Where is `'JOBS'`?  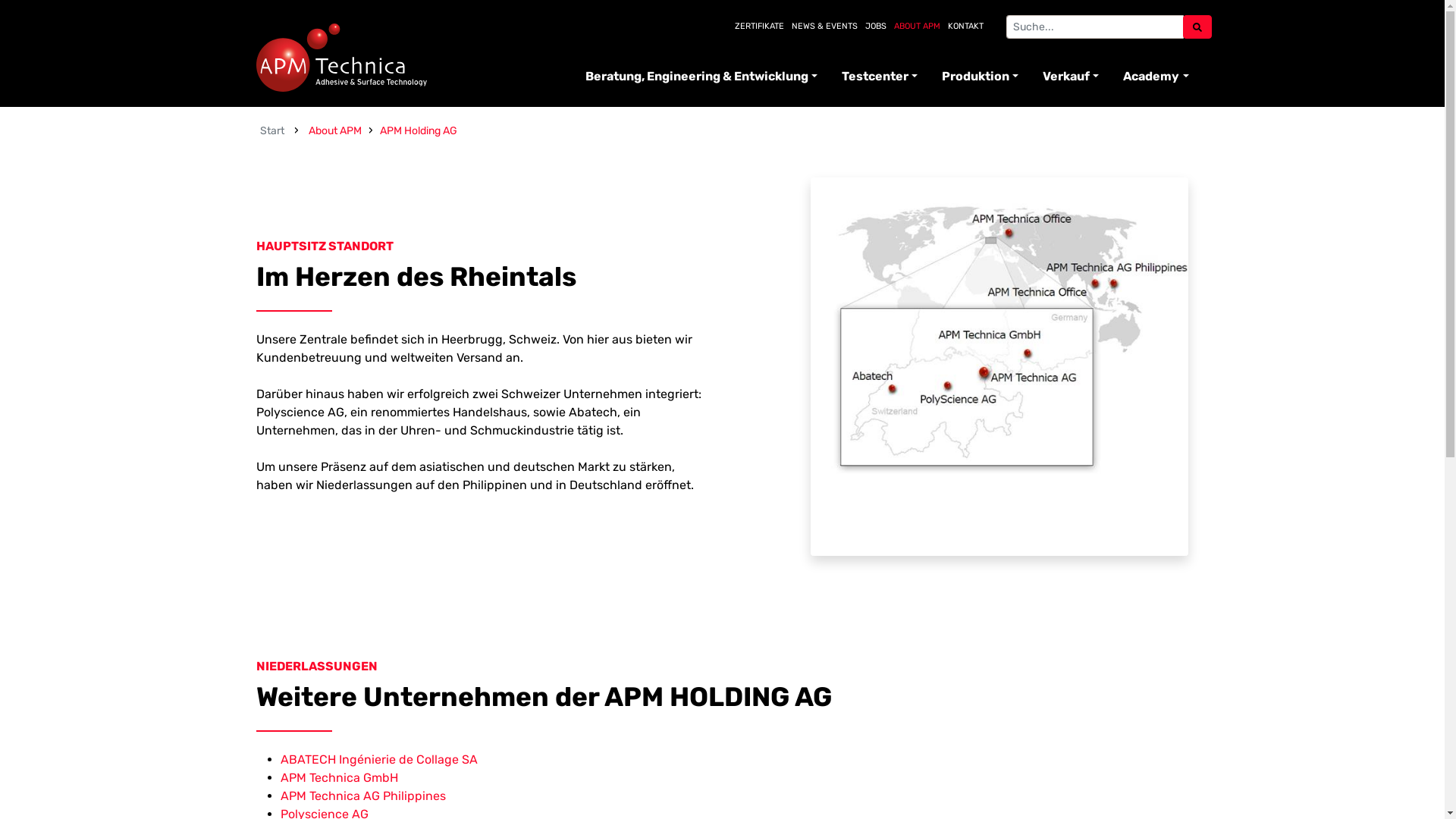 'JOBS' is located at coordinates (874, 26).